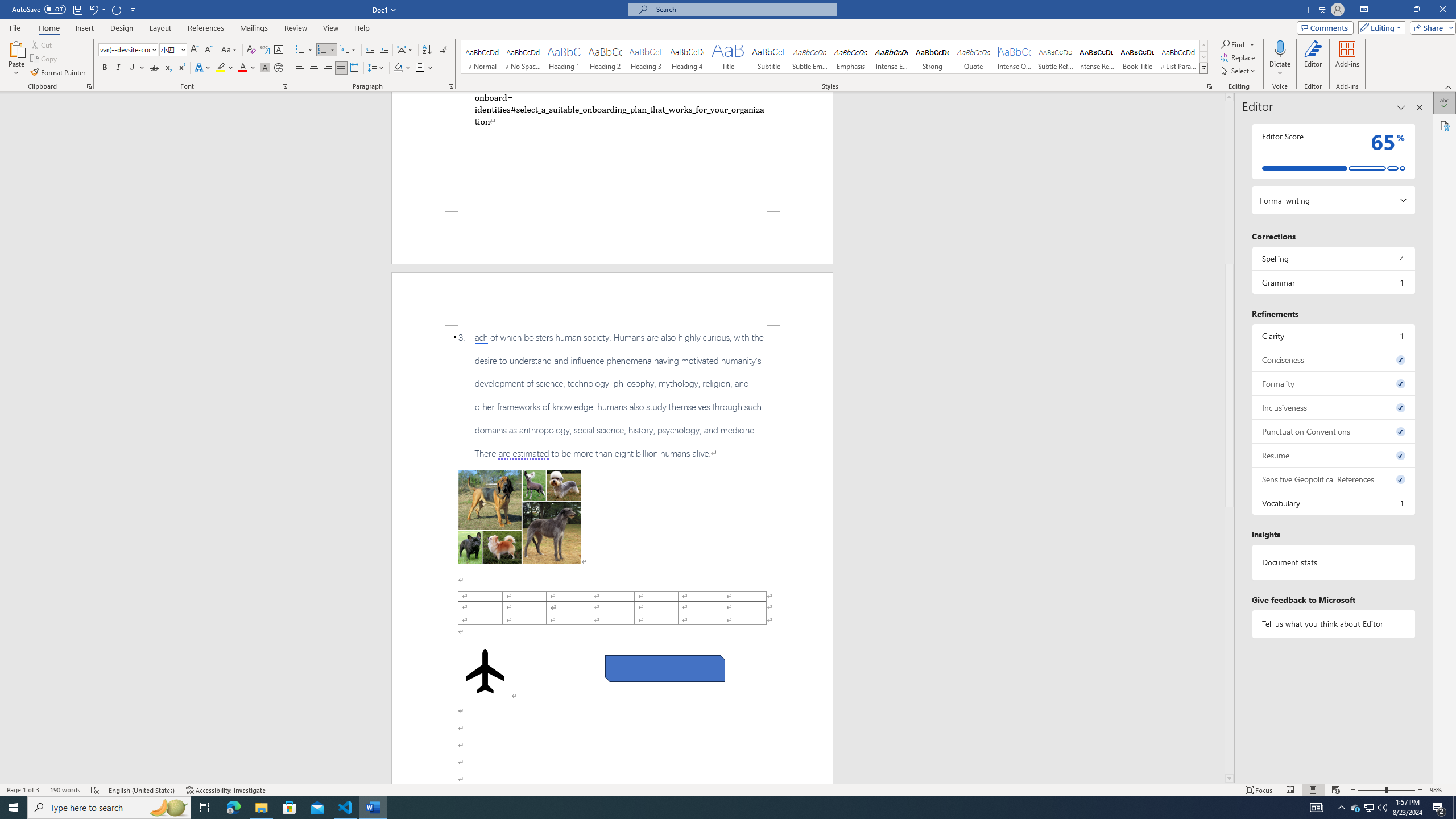  I want to click on 'Focus ', so click(1259, 790).